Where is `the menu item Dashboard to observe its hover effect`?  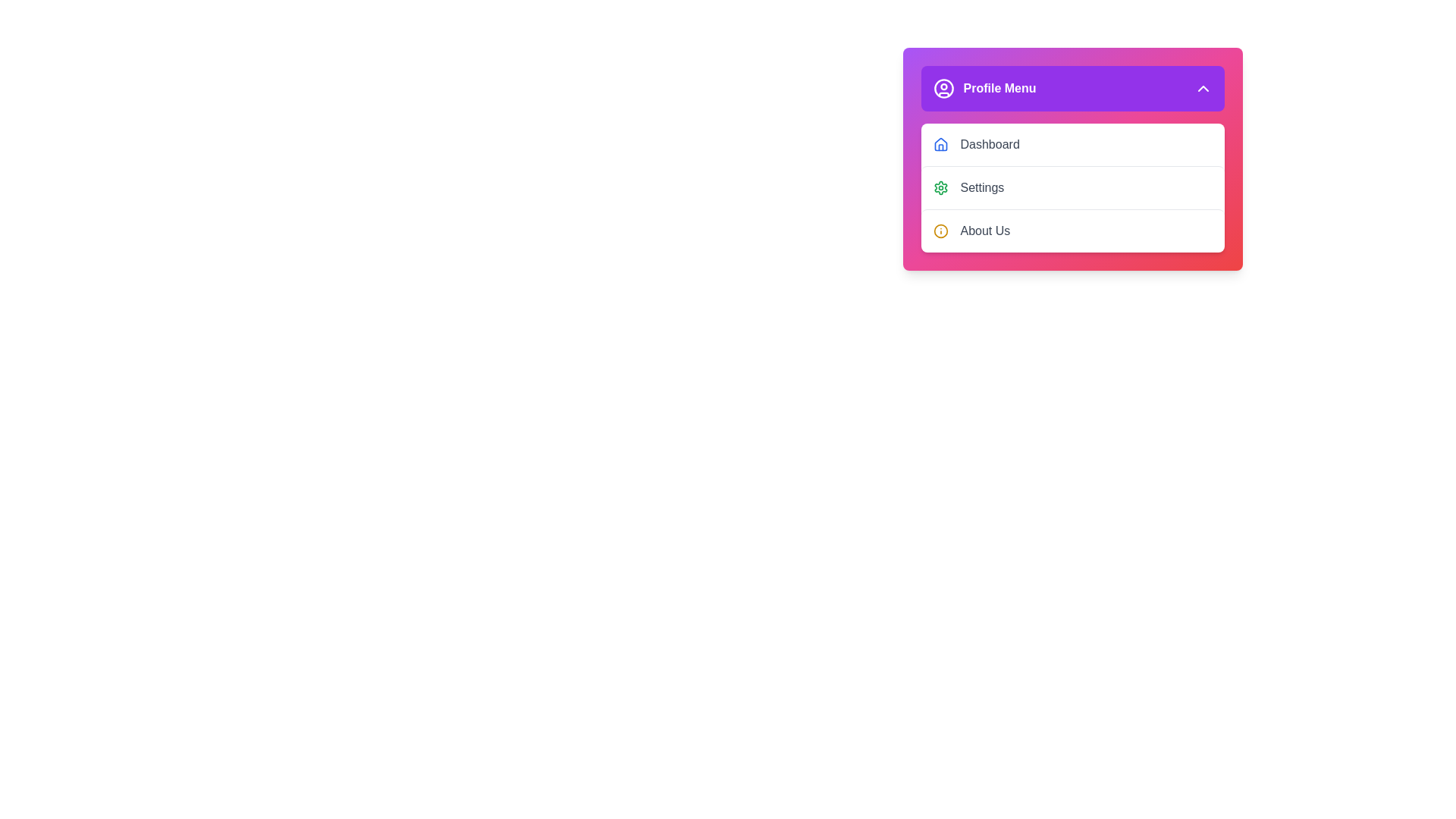
the menu item Dashboard to observe its hover effect is located at coordinates (1072, 145).